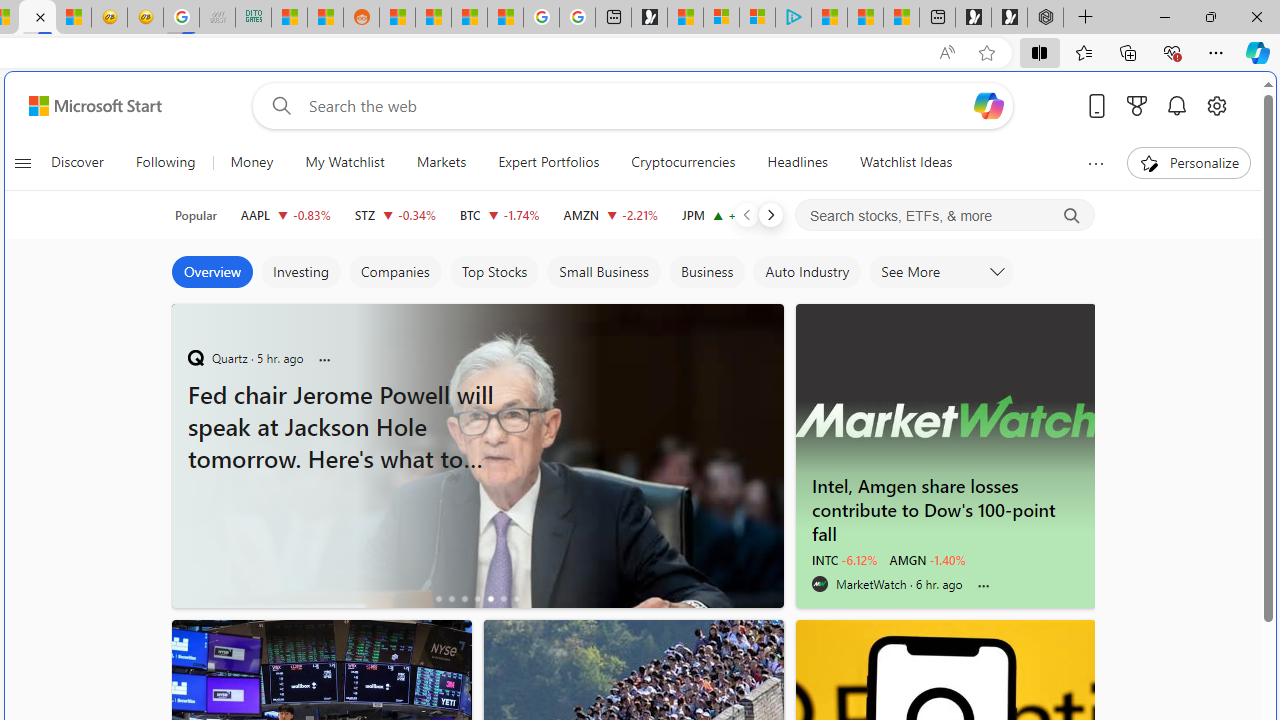 This screenshot has width=1280, height=720. I want to click on 'Watchlist Ideas', so click(905, 162).